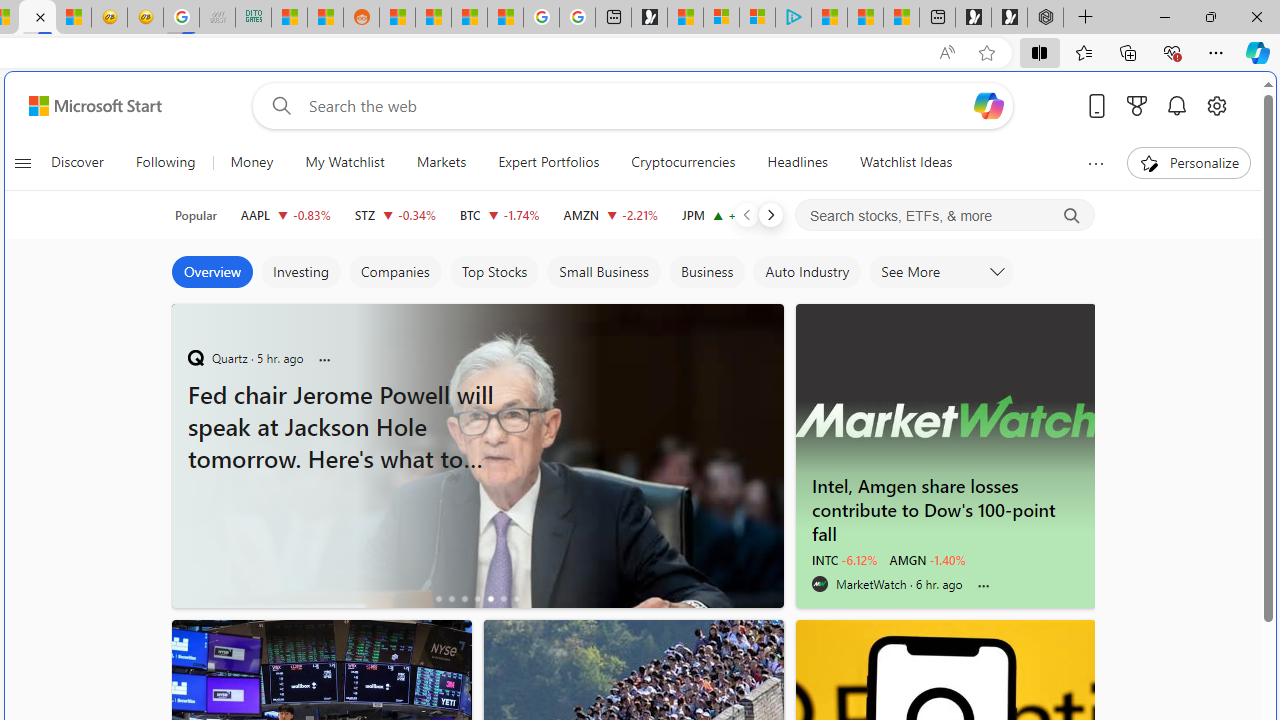 This screenshot has width=1280, height=720. I want to click on 'Watchlist Ideas', so click(905, 162).